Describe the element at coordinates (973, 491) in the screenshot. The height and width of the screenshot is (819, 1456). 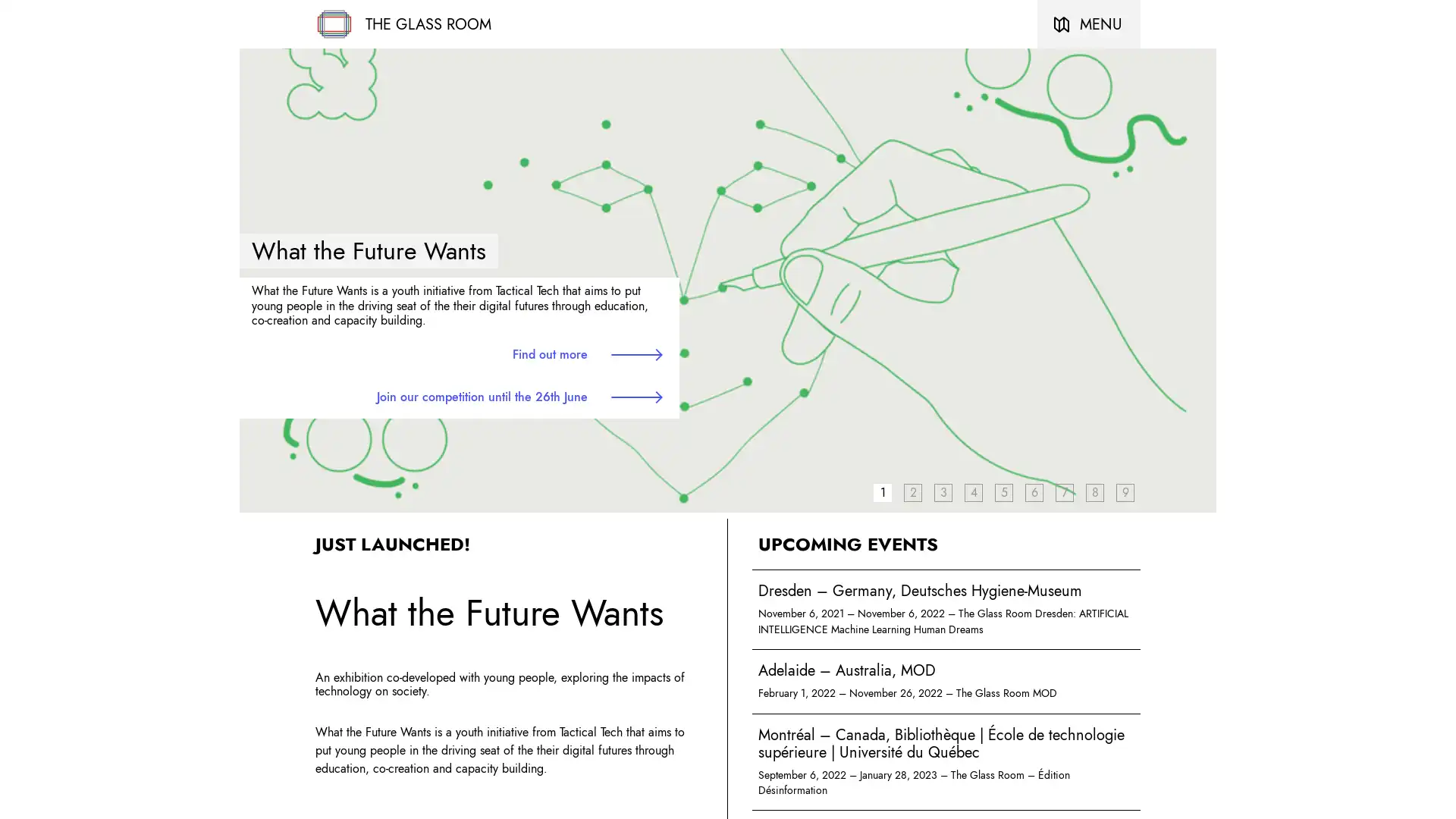
I see `slide item 4` at that location.